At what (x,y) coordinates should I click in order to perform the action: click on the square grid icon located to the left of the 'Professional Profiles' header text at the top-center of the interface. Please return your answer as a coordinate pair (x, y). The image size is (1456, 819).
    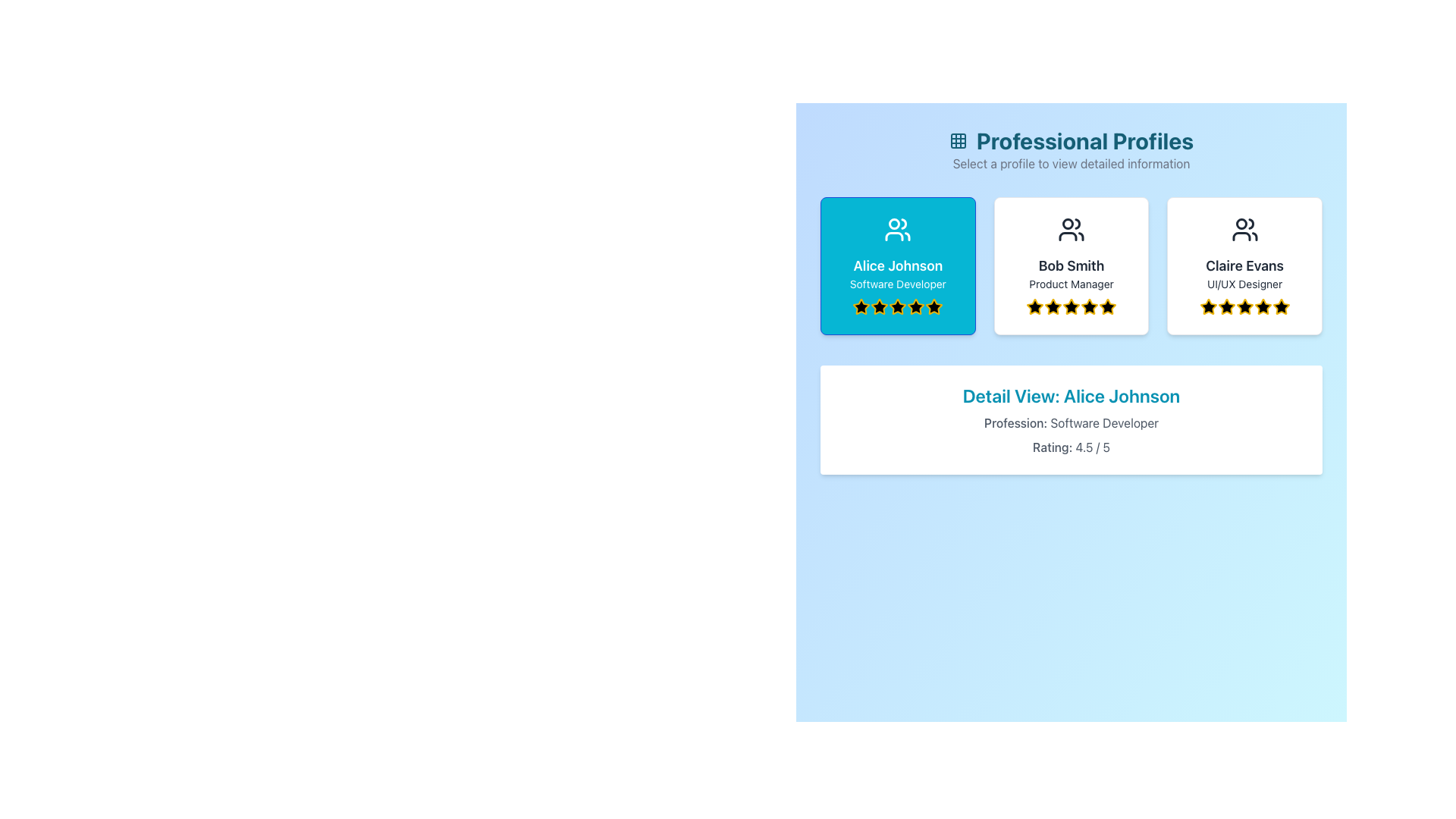
    Looking at the image, I should click on (957, 140).